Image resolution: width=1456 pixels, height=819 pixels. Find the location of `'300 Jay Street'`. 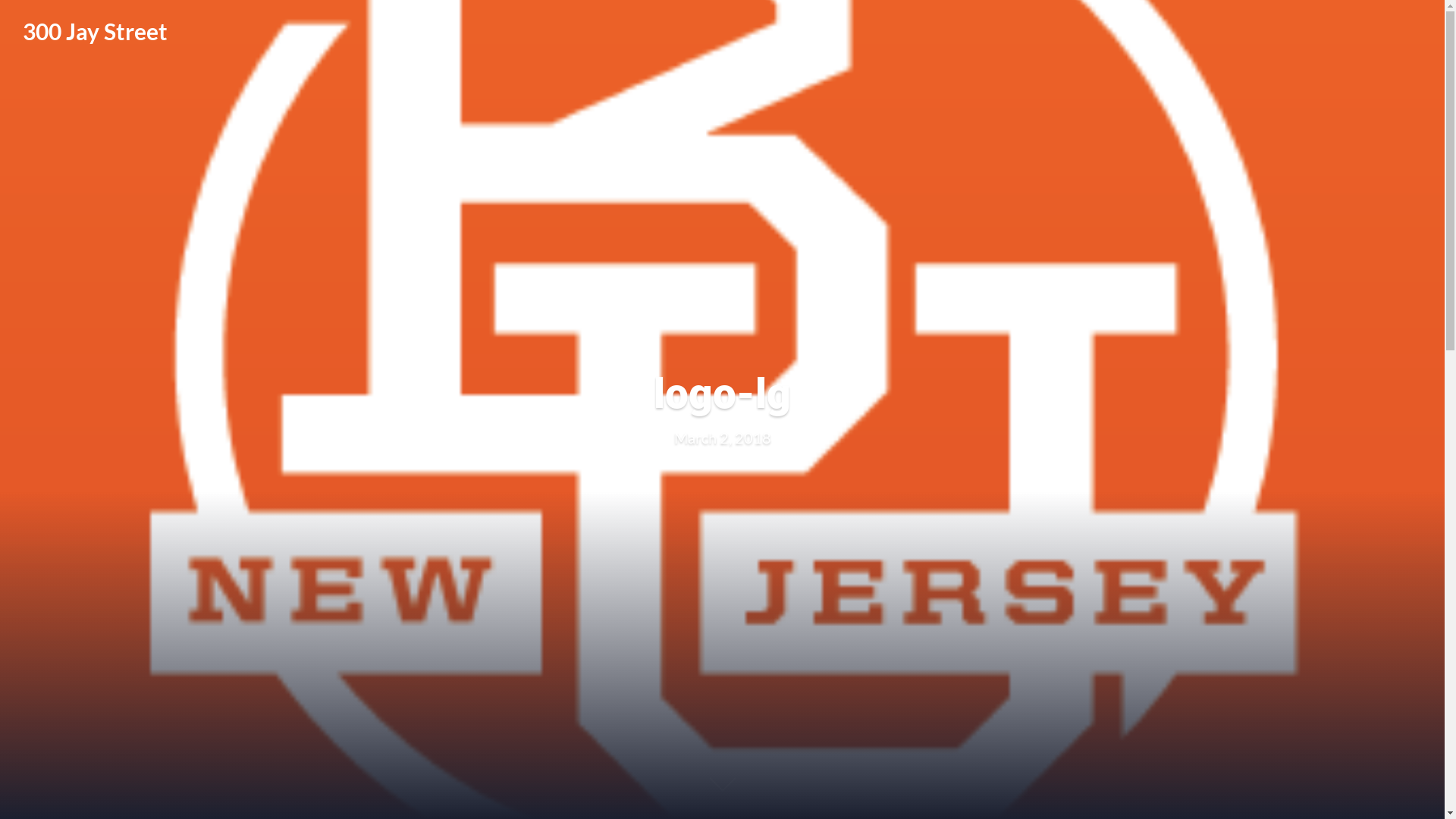

'300 Jay Street' is located at coordinates (94, 31).